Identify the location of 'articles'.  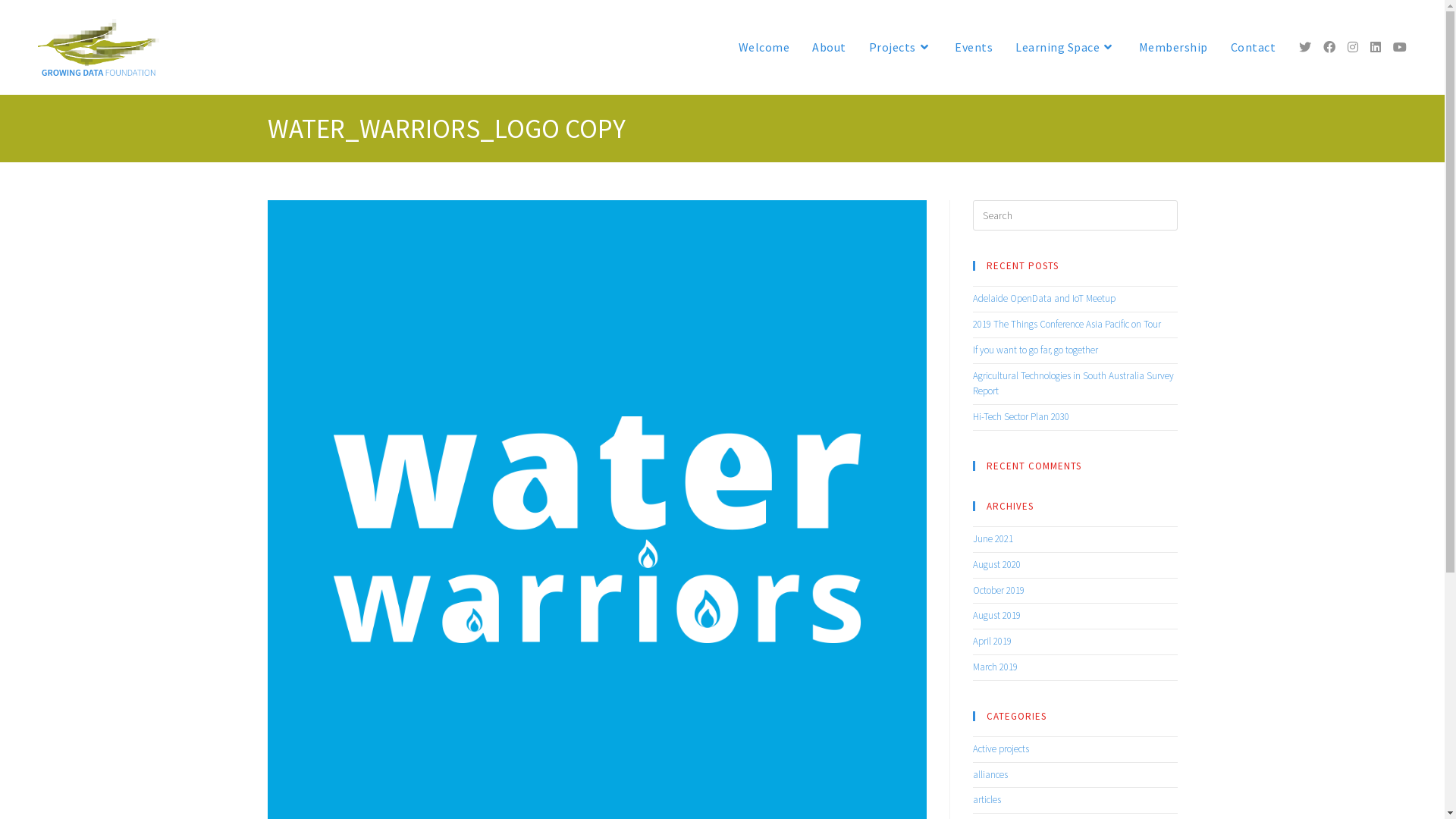
(986, 799).